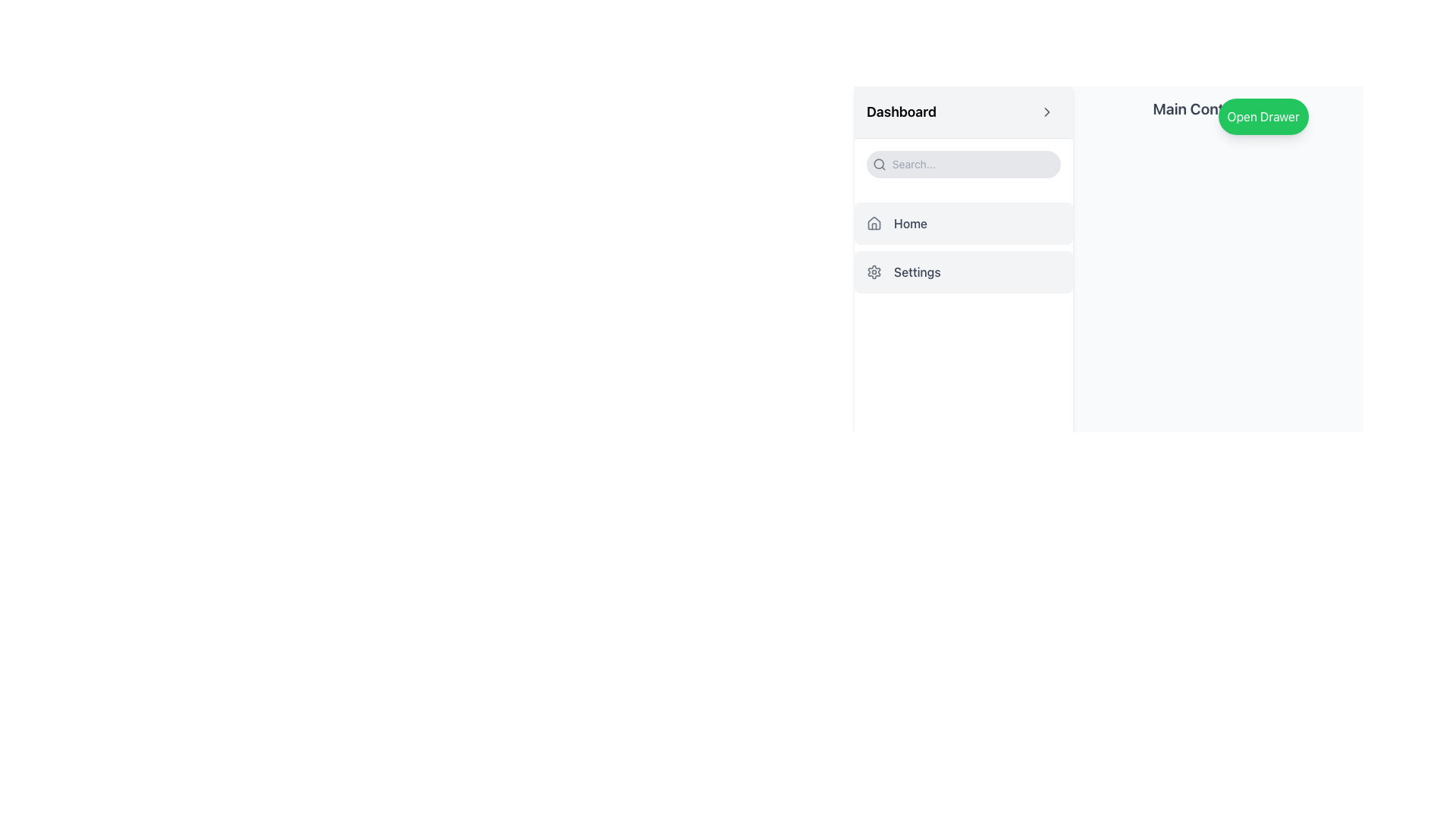 Image resolution: width=1456 pixels, height=819 pixels. Describe the element at coordinates (902, 111) in the screenshot. I see `the 'Dashboard' text label which is bold and larger font, located at the top left of the navigation panel, preceding a right-pointing arrow icon` at that location.